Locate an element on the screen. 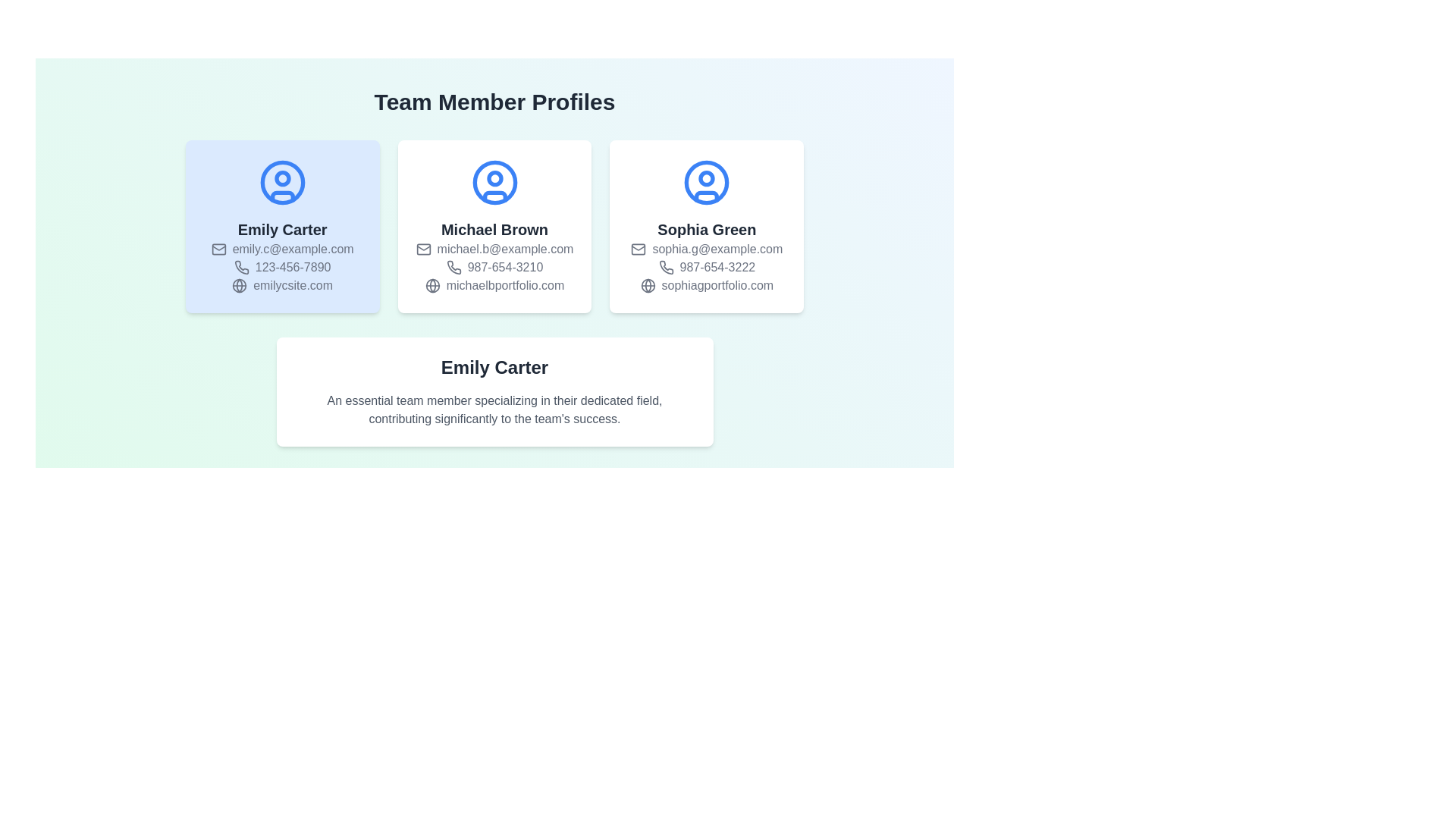  the curved phone icon within the 'Team Member Profiles' section for 'Emily Carter', located above the phone number 123-456-7890 is located at coordinates (240, 266).